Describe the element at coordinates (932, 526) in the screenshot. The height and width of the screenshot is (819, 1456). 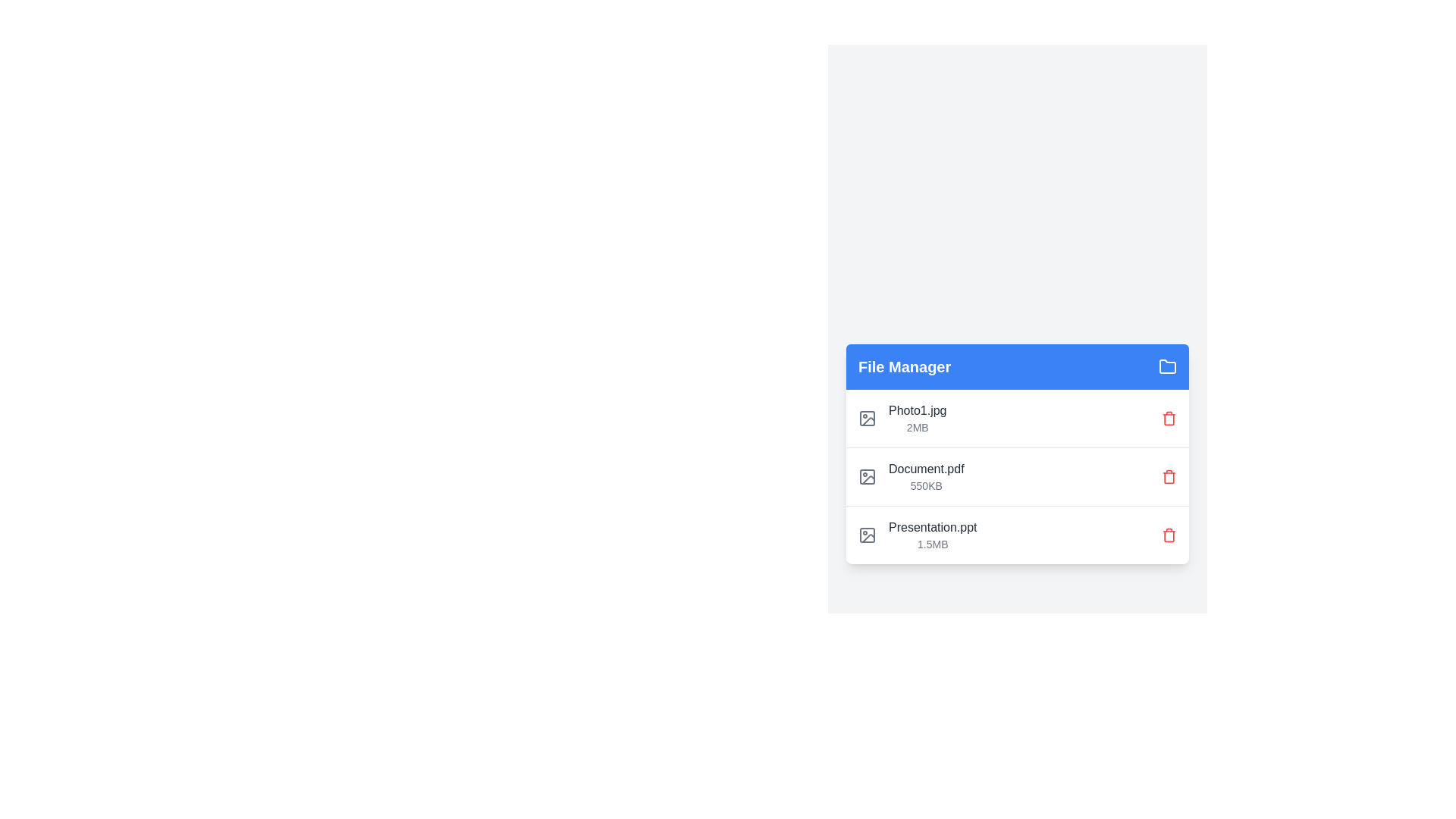
I see `the text label 'Presentation.ppt' styled in dark grey font within the file list context` at that location.